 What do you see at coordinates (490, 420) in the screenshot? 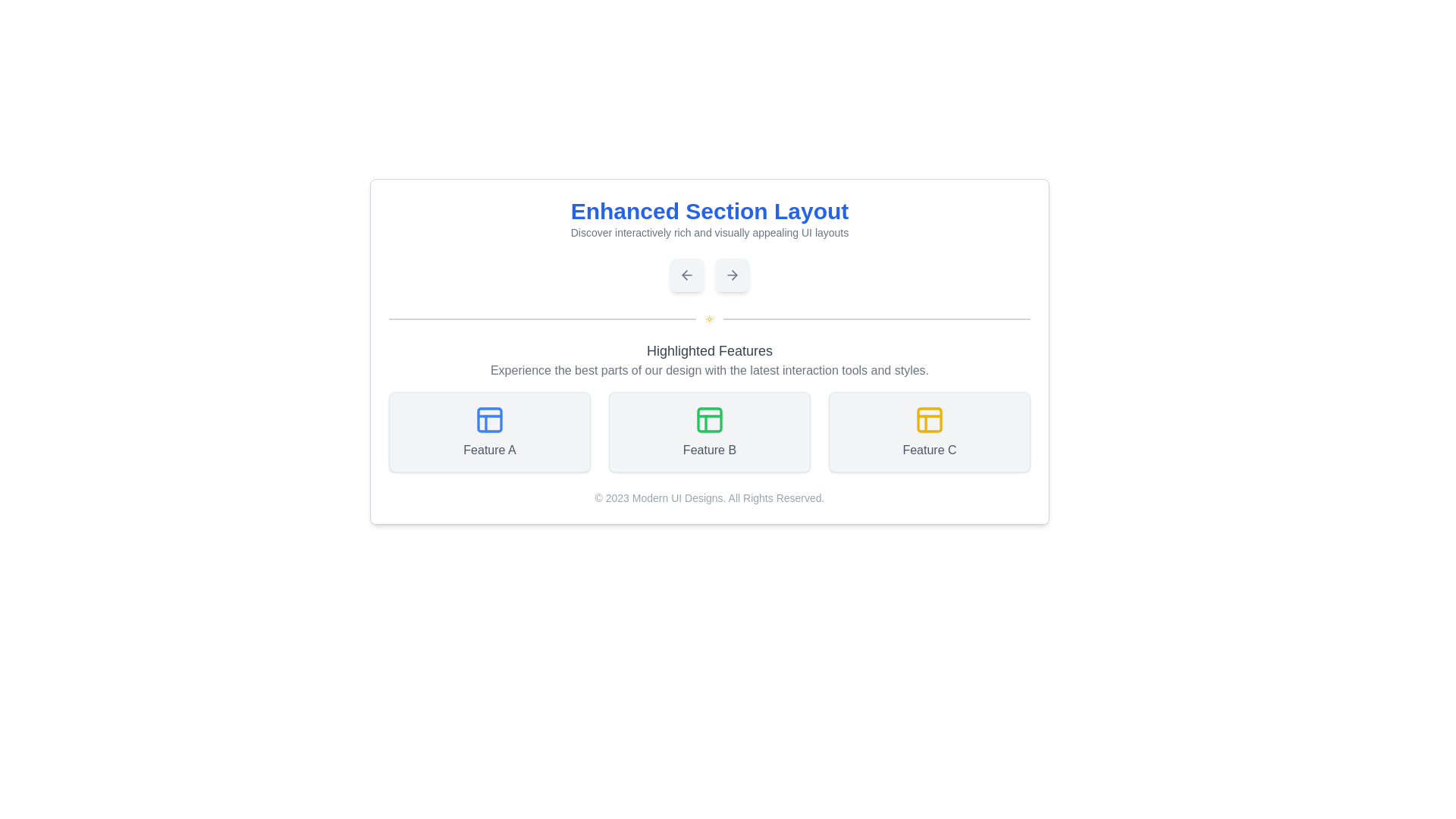
I see `the decorative rectangular shape with rounded corners located within the 'Feature A' card in the lower-left section of the interface` at bounding box center [490, 420].